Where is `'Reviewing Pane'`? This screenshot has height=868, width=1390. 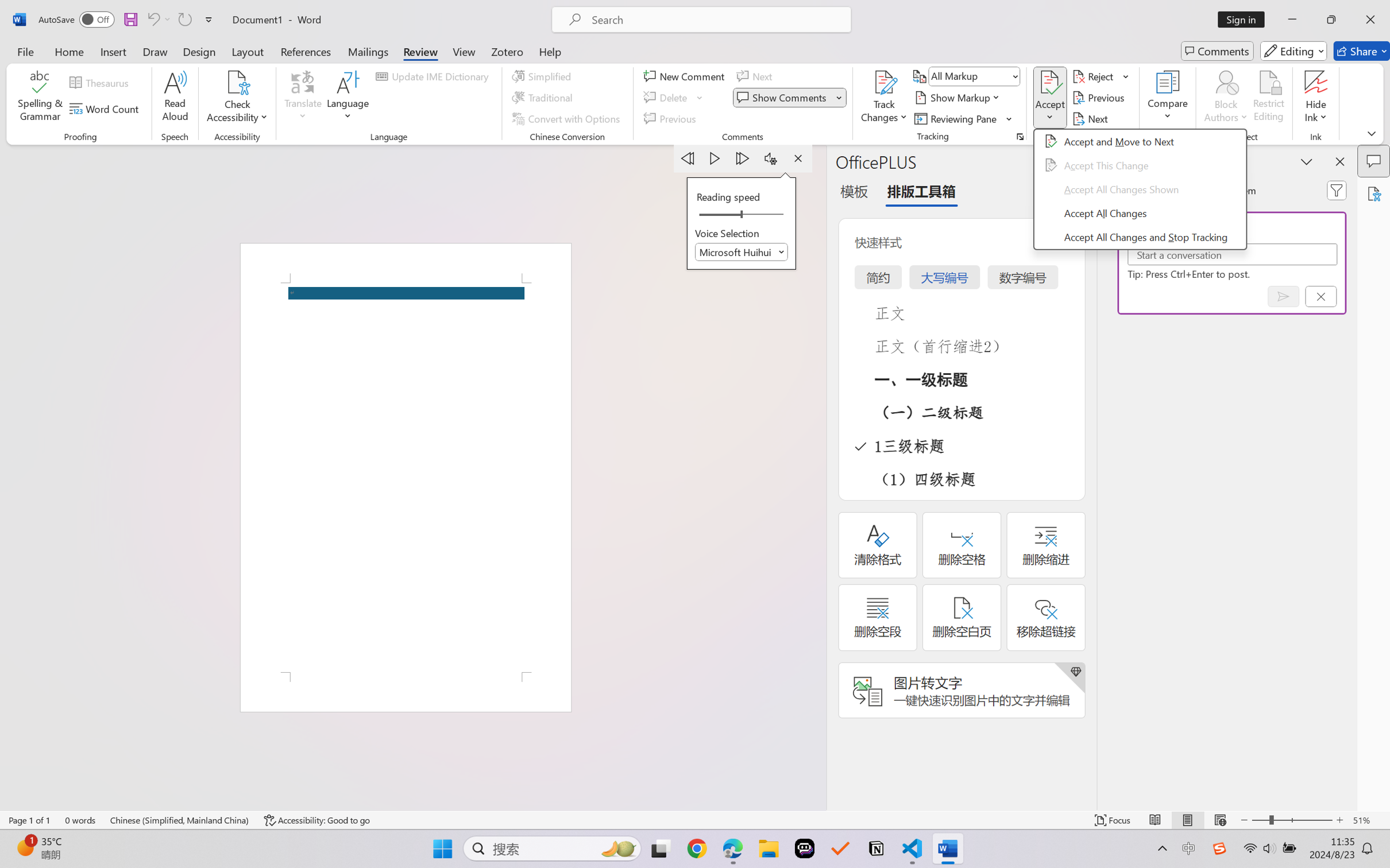
'Reviewing Pane' is located at coordinates (956, 119).